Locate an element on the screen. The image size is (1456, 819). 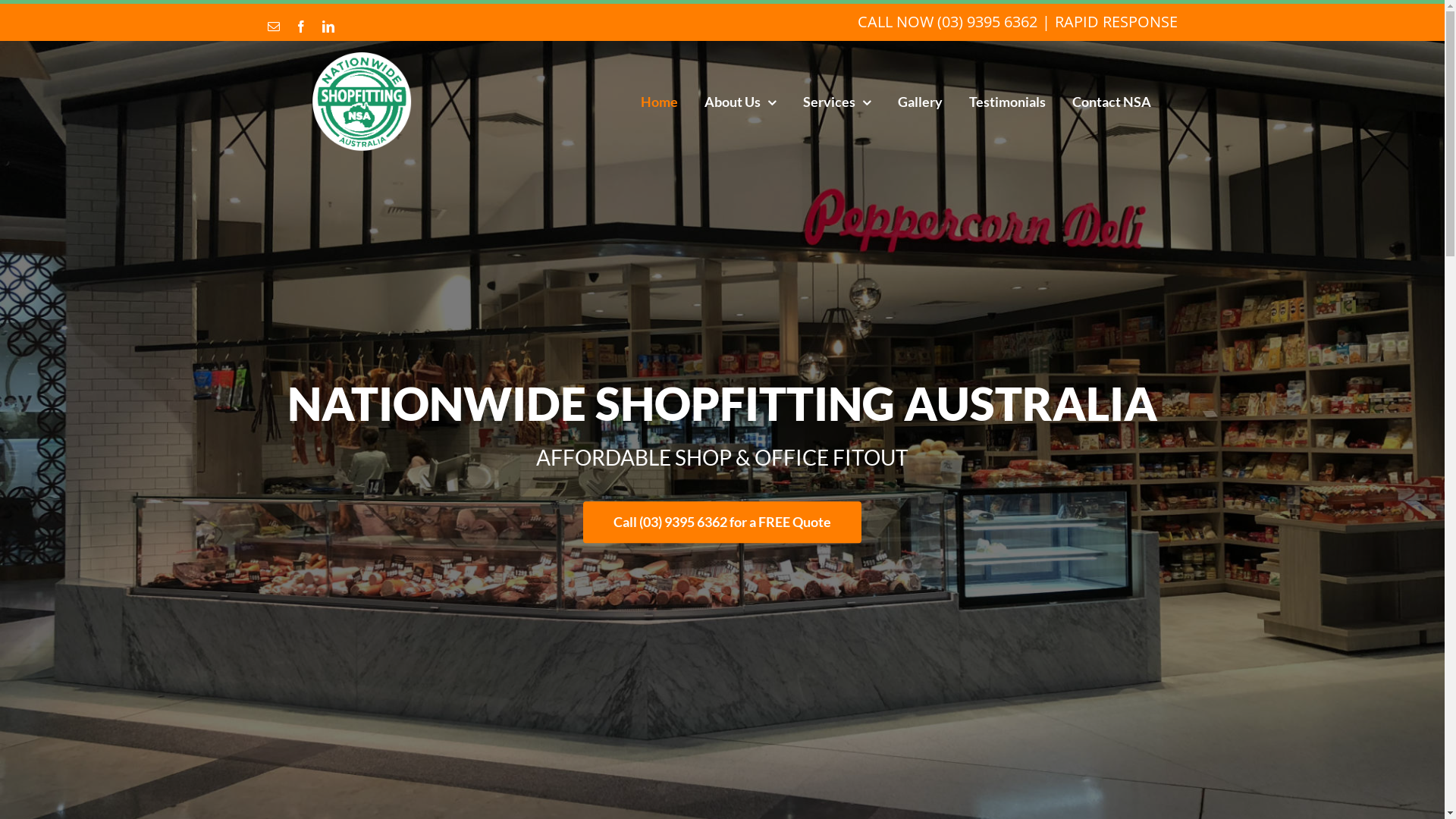
'Testimonials' is located at coordinates (1007, 102).